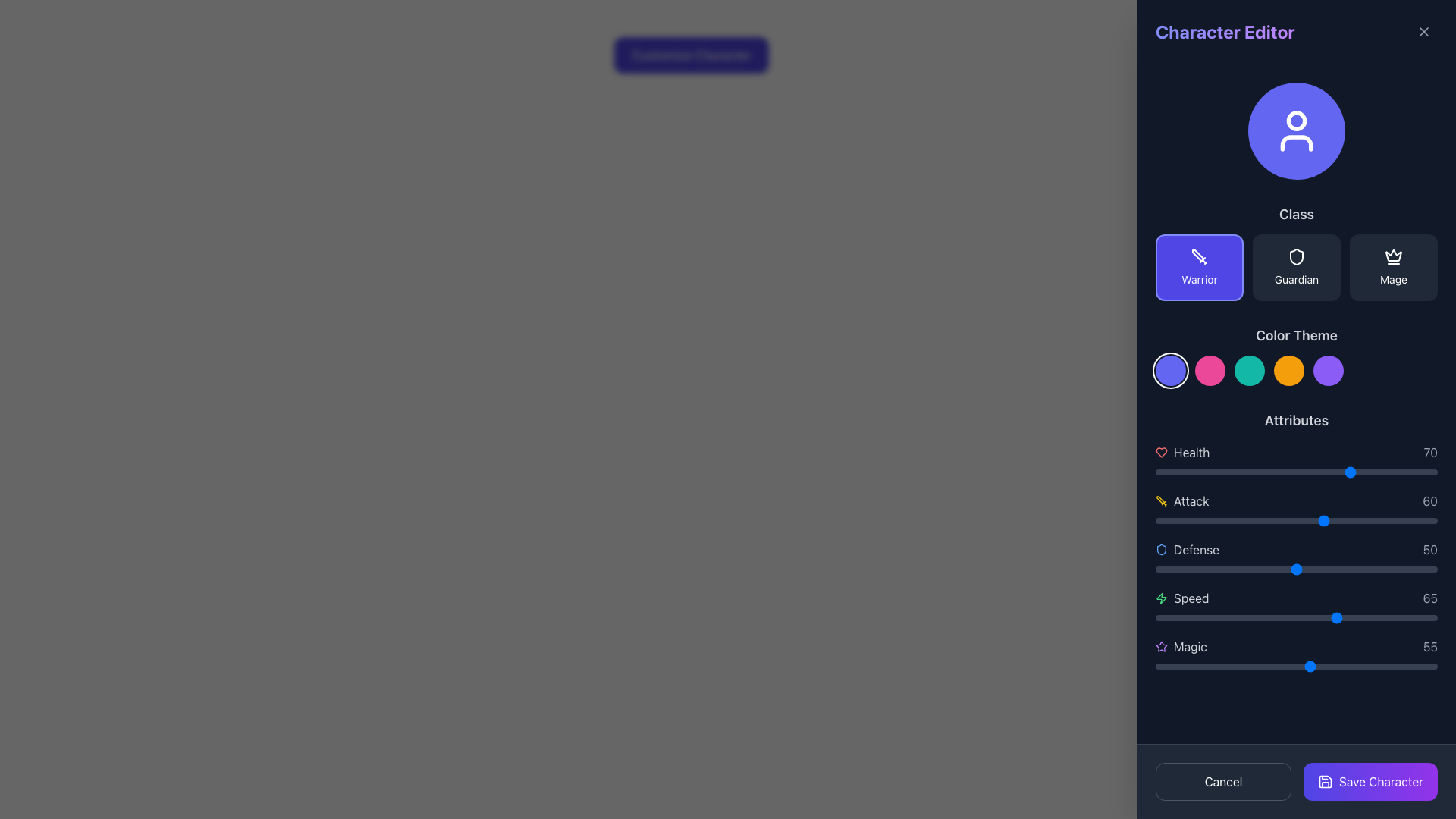  Describe the element at coordinates (1295, 421) in the screenshot. I see `the text label that serves as the header for the attributes section in the sidebar panel under 'Color Theme.'` at that location.